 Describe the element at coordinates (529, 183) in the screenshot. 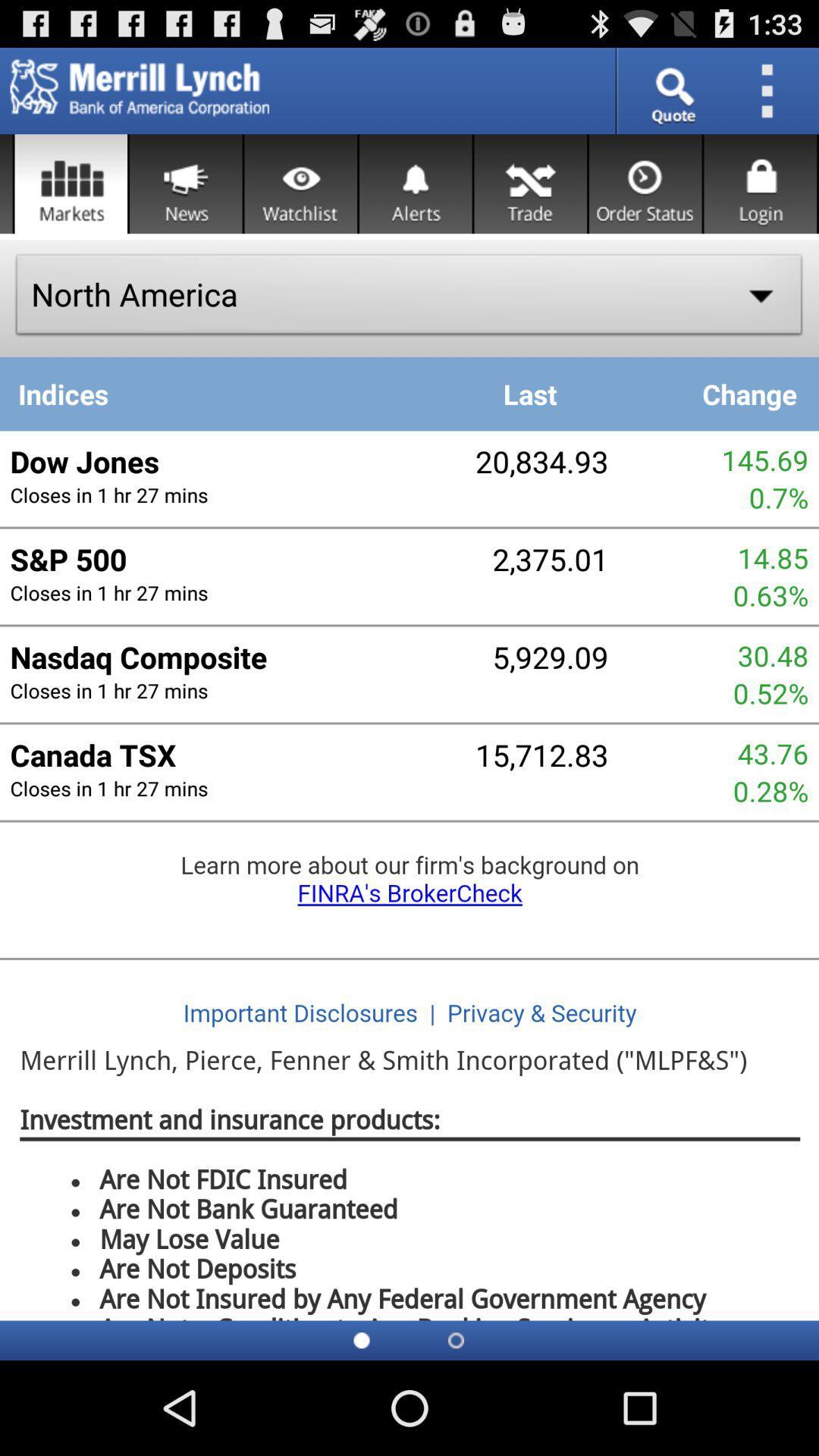

I see `trade` at that location.